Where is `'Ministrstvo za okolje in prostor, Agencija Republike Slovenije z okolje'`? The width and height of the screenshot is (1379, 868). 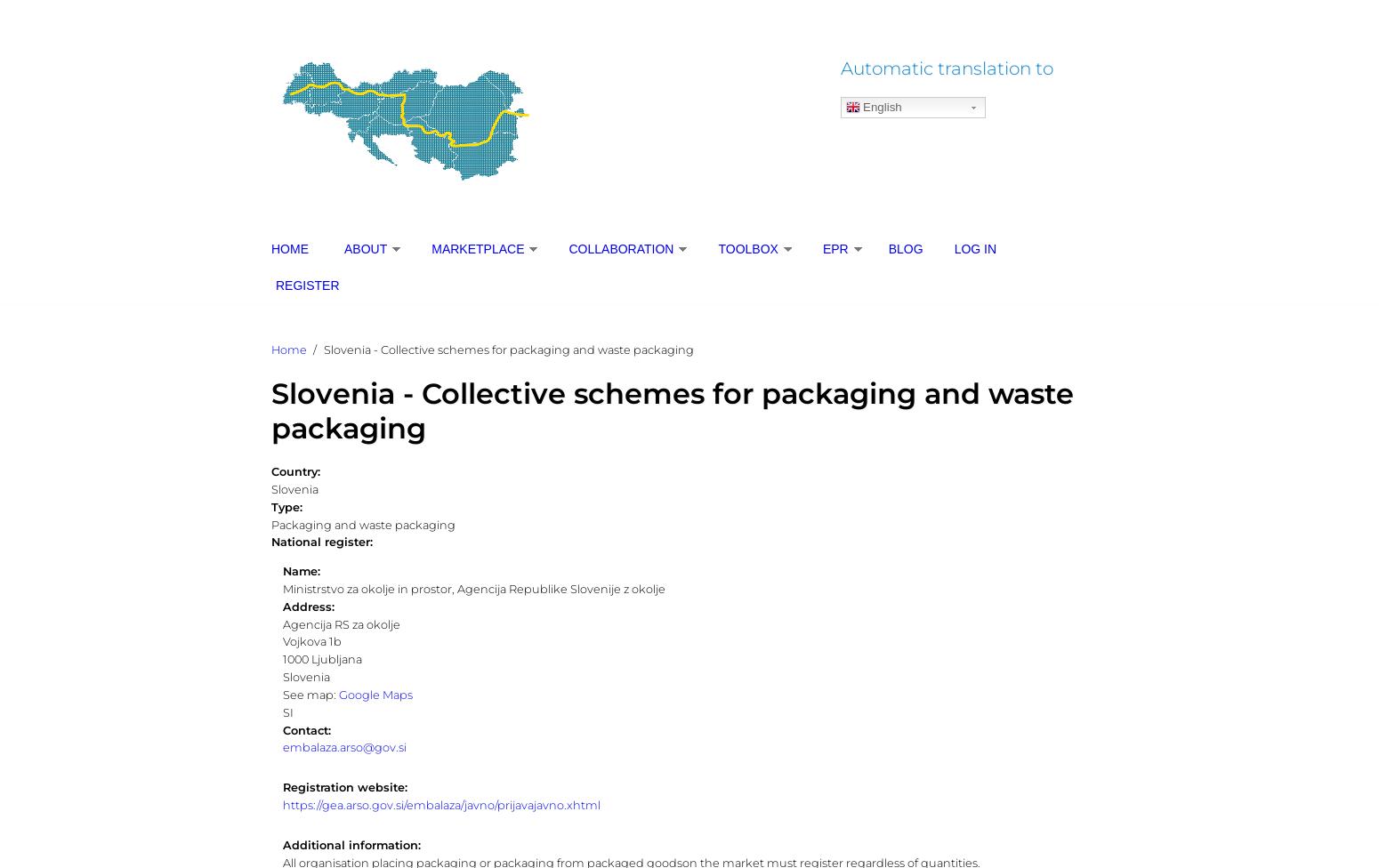 'Ministrstvo za okolje in prostor, Agencija Republike Slovenije z okolje' is located at coordinates (472, 587).